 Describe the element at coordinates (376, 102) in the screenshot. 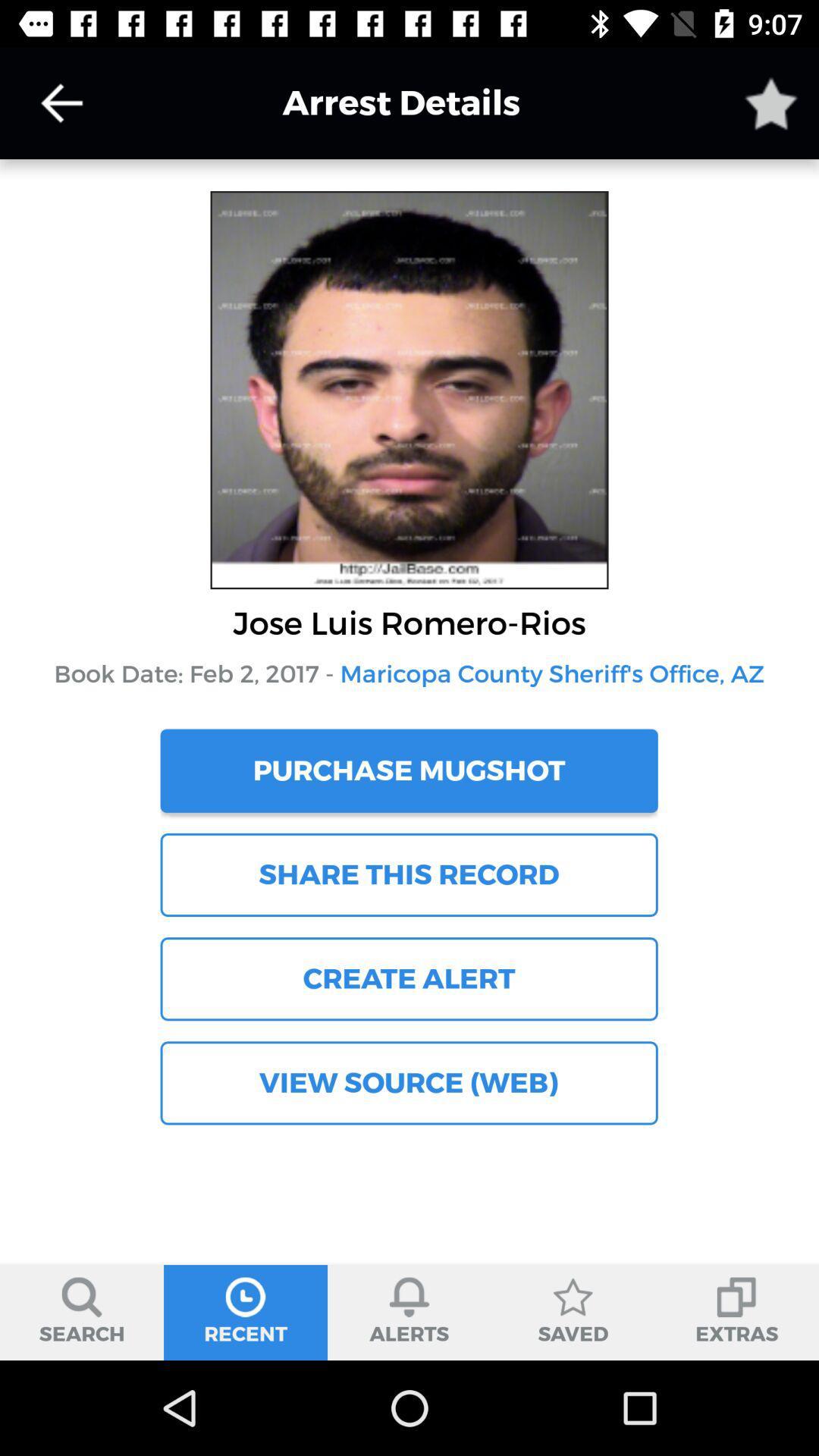

I see `arrest details item` at that location.